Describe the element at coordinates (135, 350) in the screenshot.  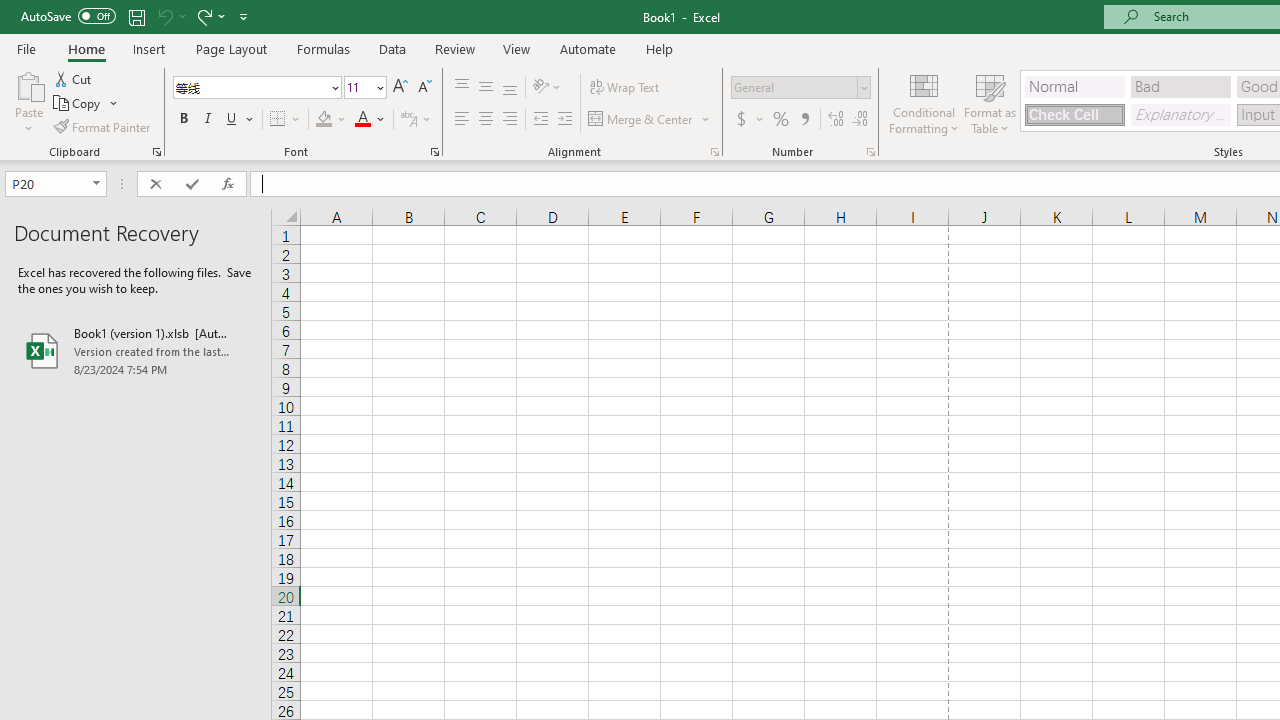
I see `'Book1 (version 1).xlsb  [AutoRecovered]'` at that location.